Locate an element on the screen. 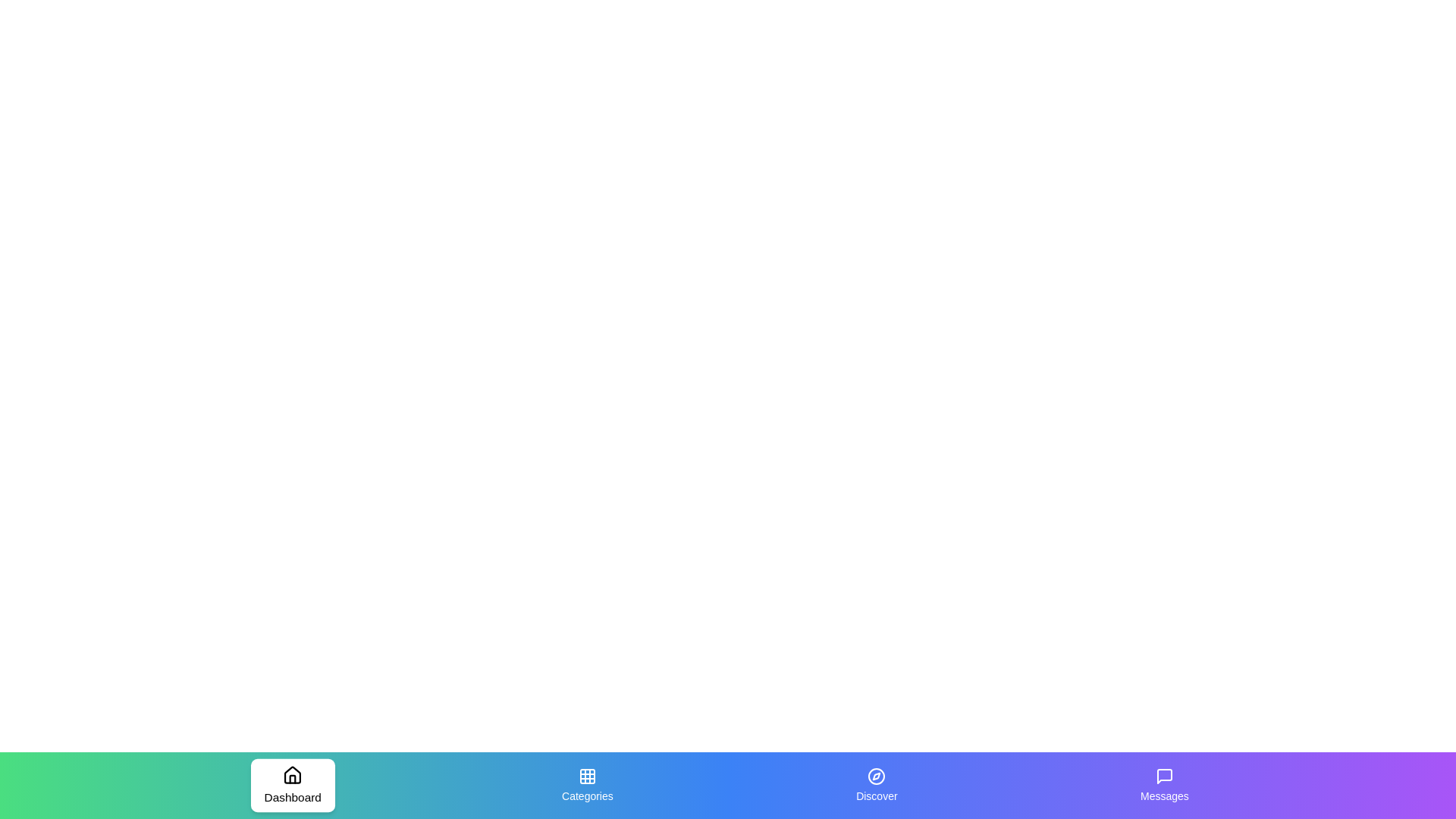 Image resolution: width=1456 pixels, height=819 pixels. the Categories tab by clicking on its icon or label is located at coordinates (585, 785).